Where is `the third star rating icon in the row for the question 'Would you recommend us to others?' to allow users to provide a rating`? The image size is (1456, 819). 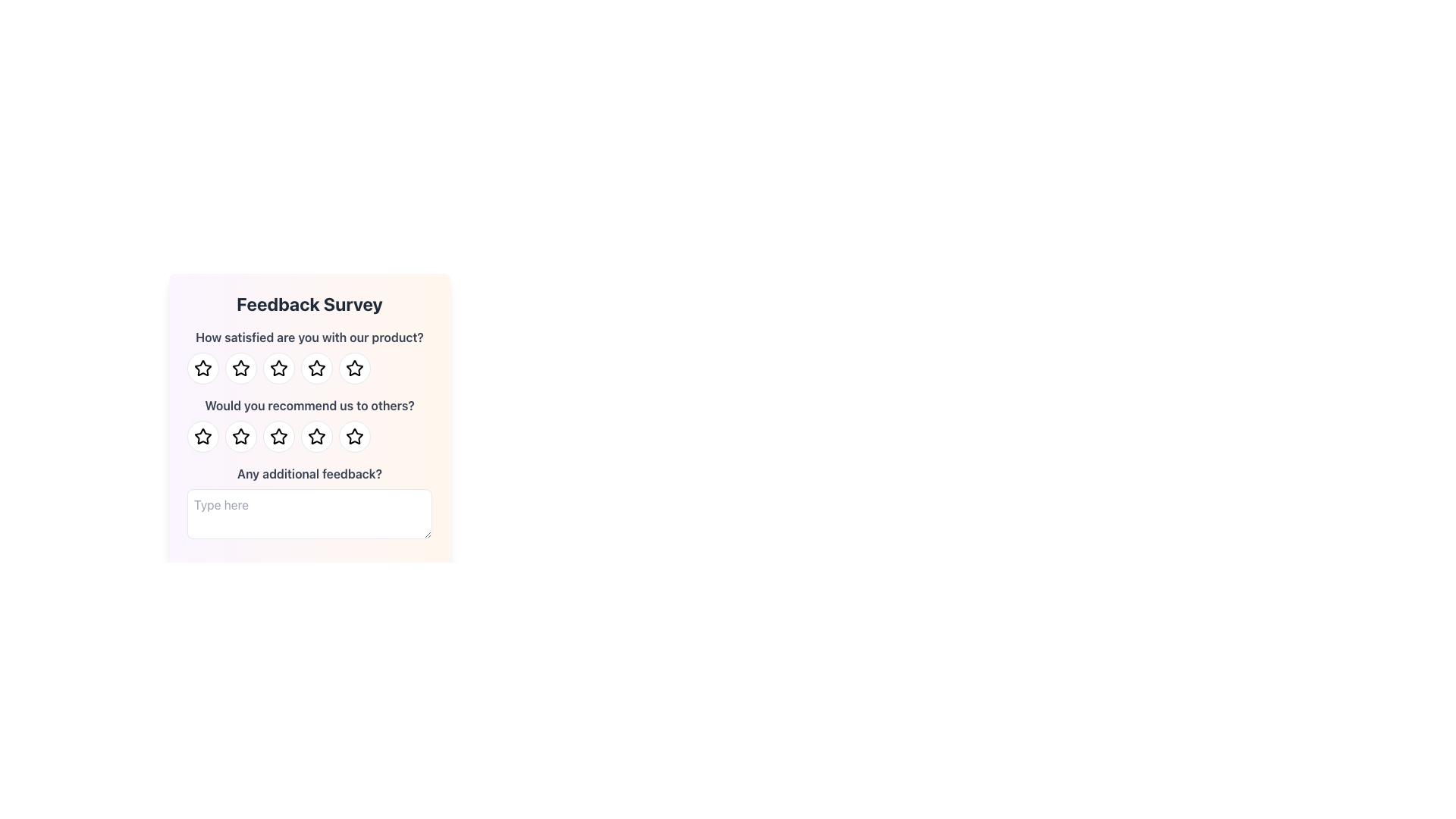 the third star rating icon in the row for the question 'Would you recommend us to others?' to allow users to provide a rating is located at coordinates (353, 436).